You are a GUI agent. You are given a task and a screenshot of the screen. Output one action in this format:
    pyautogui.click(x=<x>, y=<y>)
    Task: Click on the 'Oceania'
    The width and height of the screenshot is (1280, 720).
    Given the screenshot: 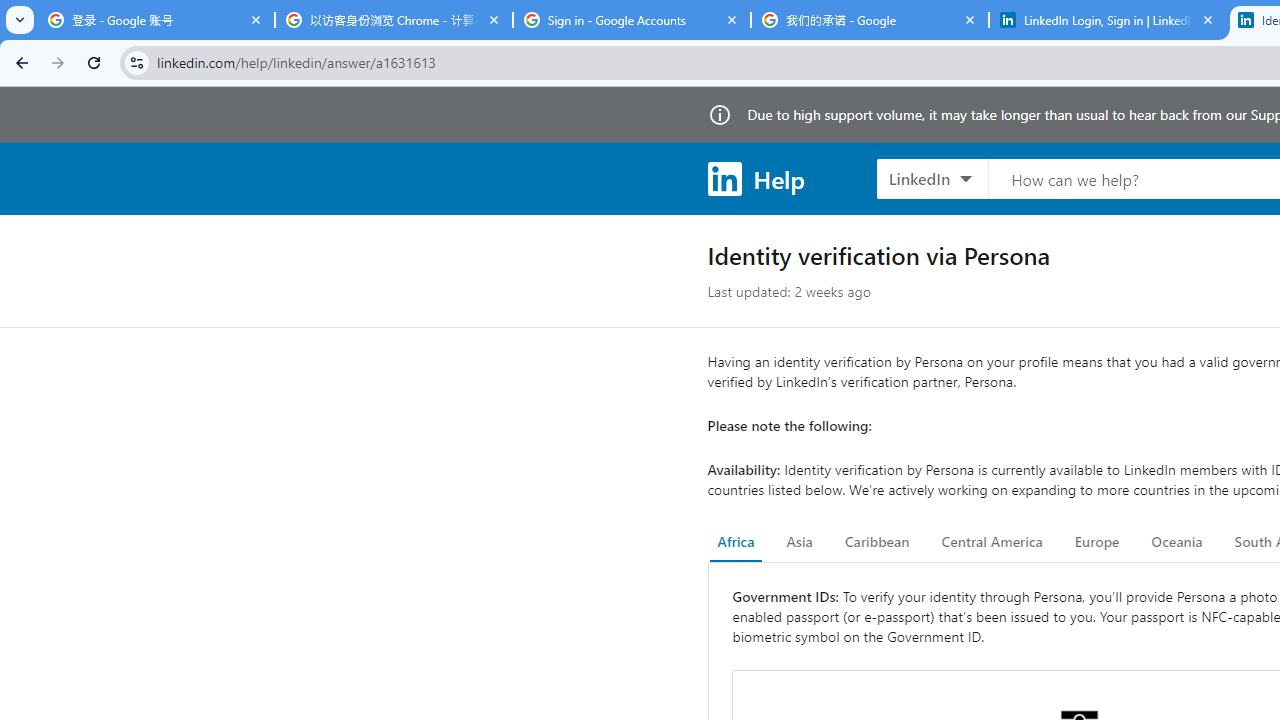 What is the action you would take?
    pyautogui.click(x=1176, y=542)
    